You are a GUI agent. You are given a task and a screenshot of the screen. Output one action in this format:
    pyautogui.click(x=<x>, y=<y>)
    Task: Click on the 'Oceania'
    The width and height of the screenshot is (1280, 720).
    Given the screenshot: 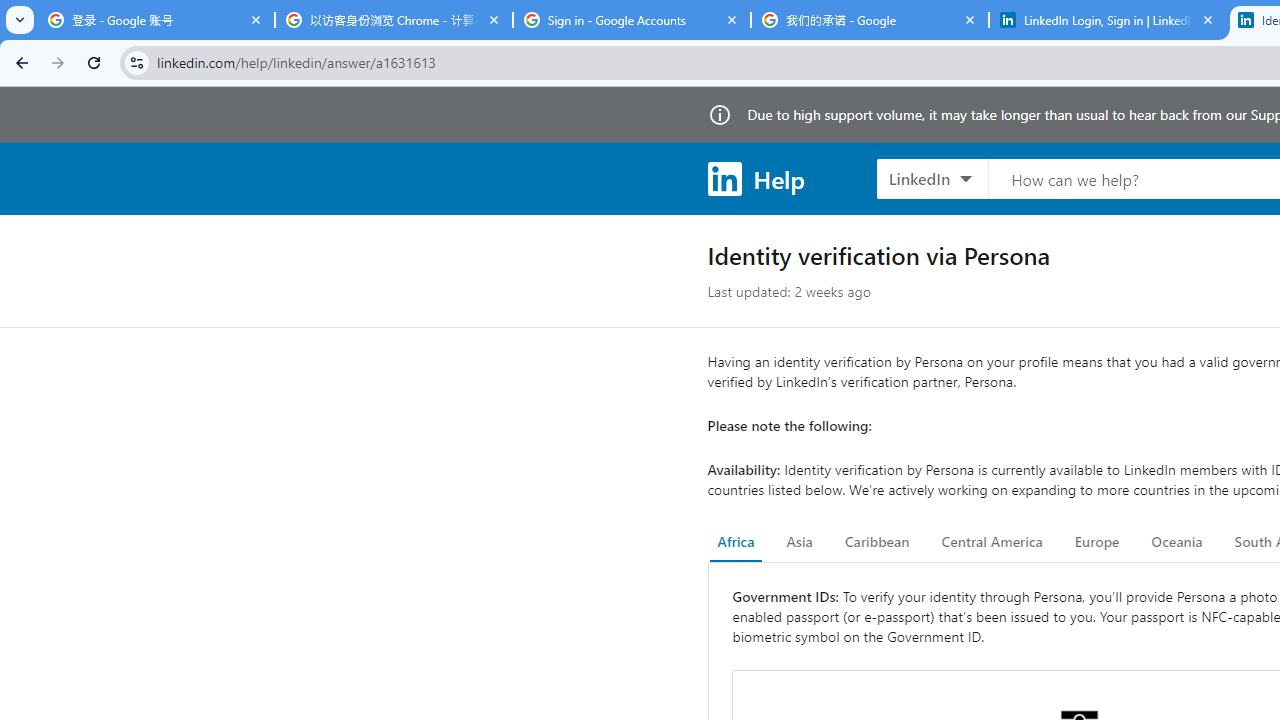 What is the action you would take?
    pyautogui.click(x=1176, y=542)
    